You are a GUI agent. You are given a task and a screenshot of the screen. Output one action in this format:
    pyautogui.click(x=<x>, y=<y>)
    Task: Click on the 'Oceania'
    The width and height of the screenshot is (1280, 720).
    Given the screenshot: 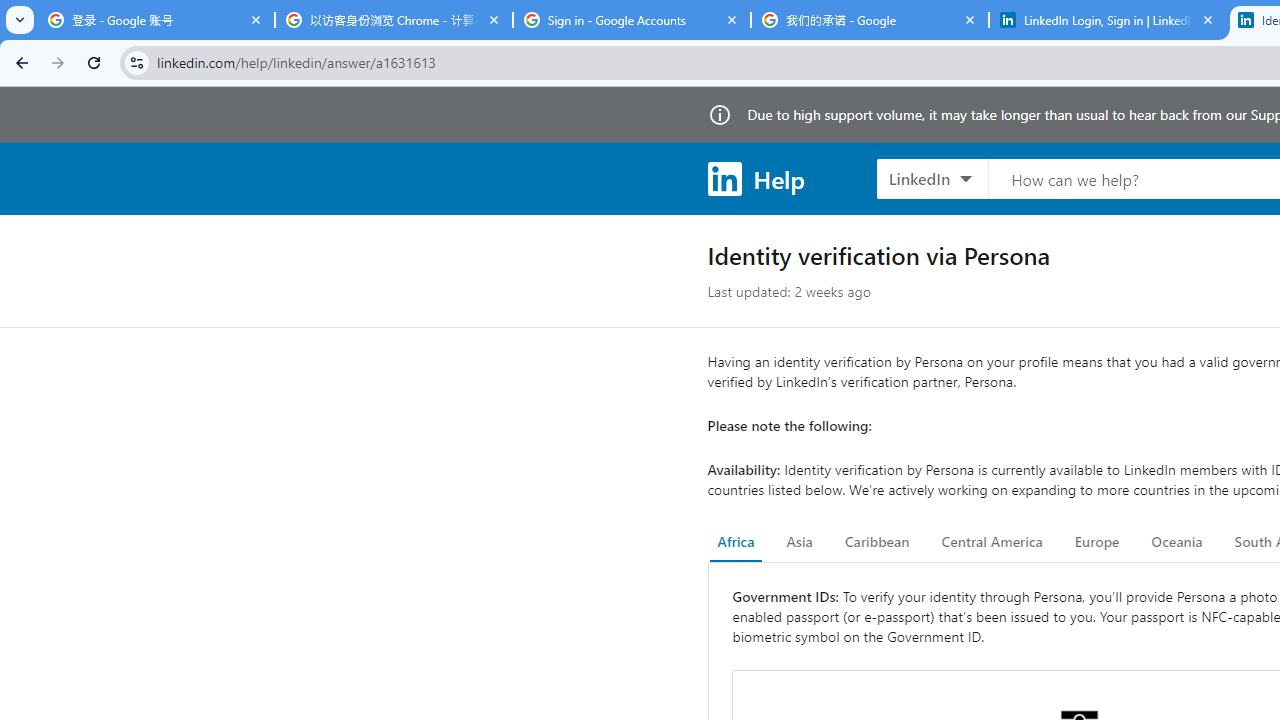 What is the action you would take?
    pyautogui.click(x=1176, y=542)
    